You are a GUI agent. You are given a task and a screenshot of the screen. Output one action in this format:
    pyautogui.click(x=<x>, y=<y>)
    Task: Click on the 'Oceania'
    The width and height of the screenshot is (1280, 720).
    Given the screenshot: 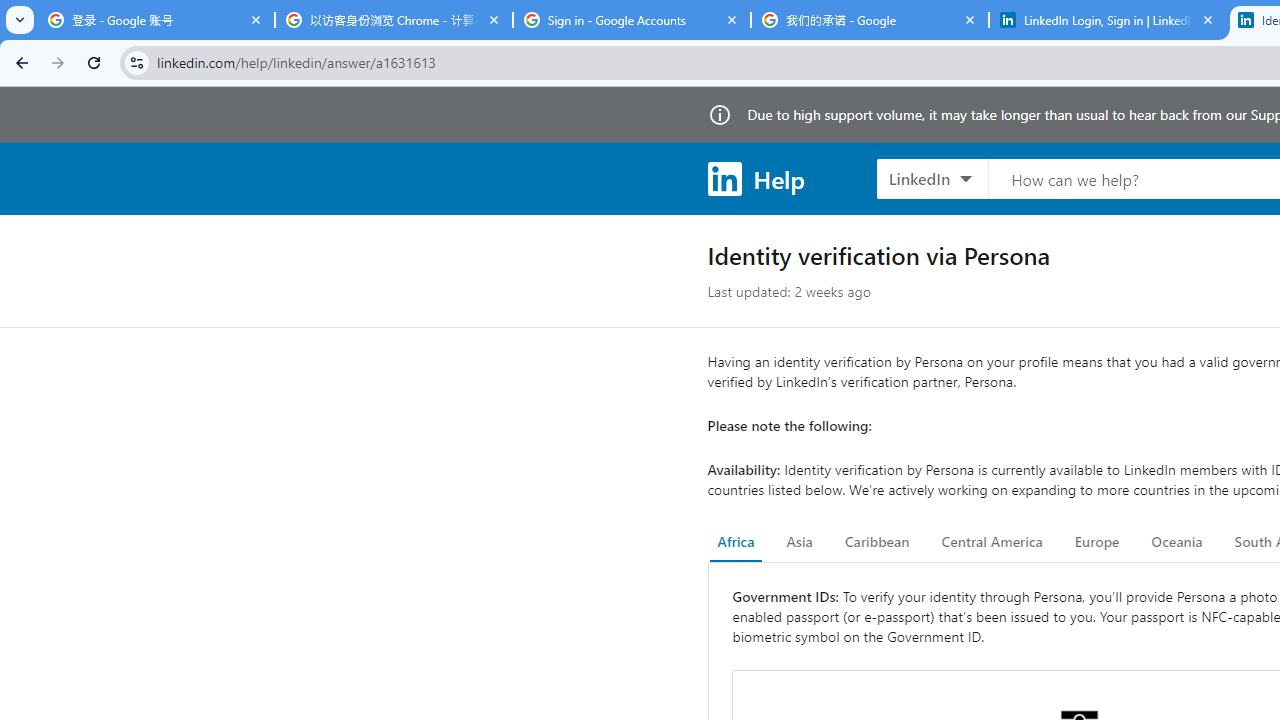 What is the action you would take?
    pyautogui.click(x=1176, y=542)
    